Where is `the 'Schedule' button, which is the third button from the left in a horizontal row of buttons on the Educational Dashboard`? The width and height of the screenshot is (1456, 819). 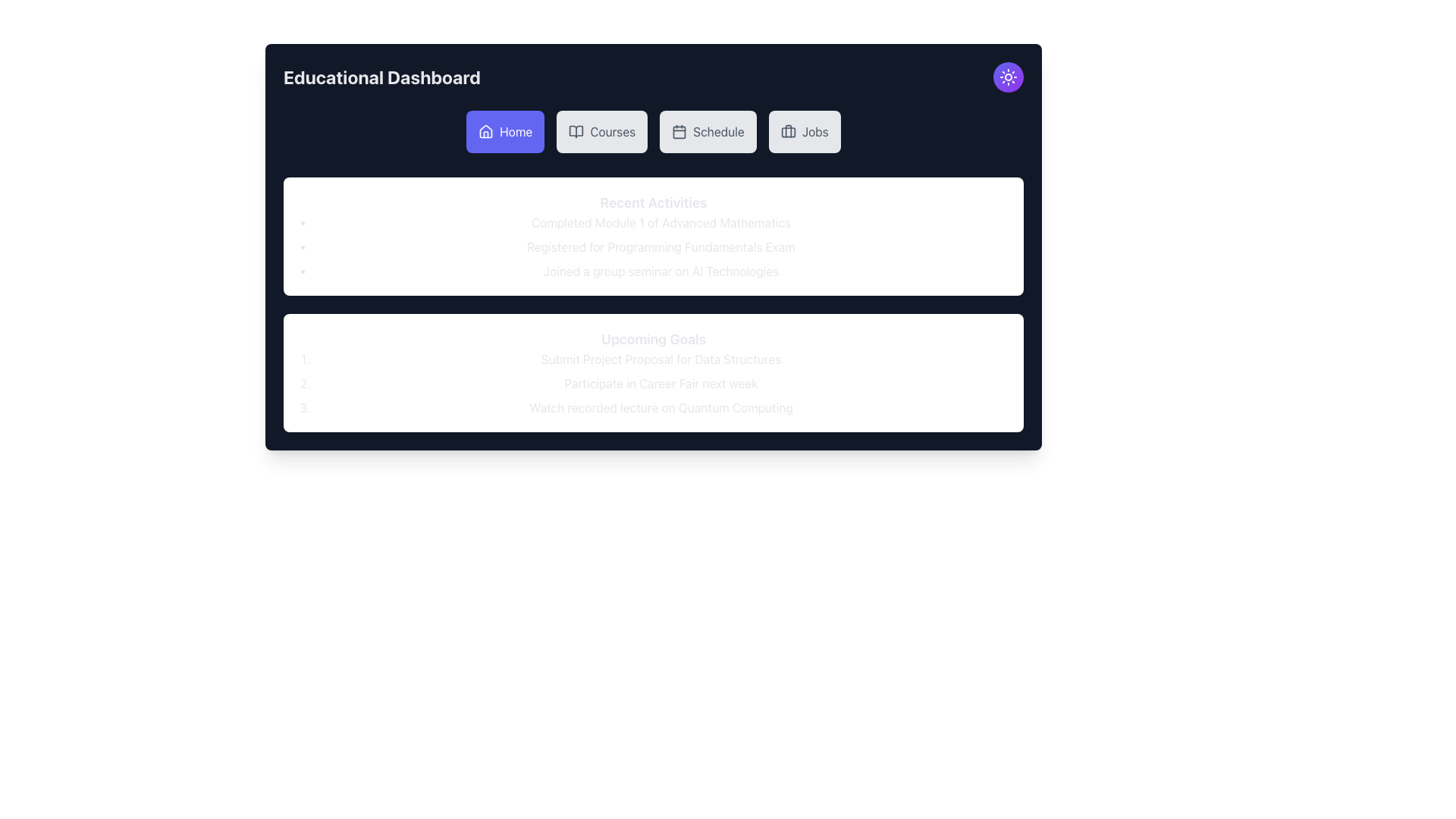
the 'Schedule' button, which is the third button from the left in a horizontal row of buttons on the Educational Dashboard is located at coordinates (718, 130).